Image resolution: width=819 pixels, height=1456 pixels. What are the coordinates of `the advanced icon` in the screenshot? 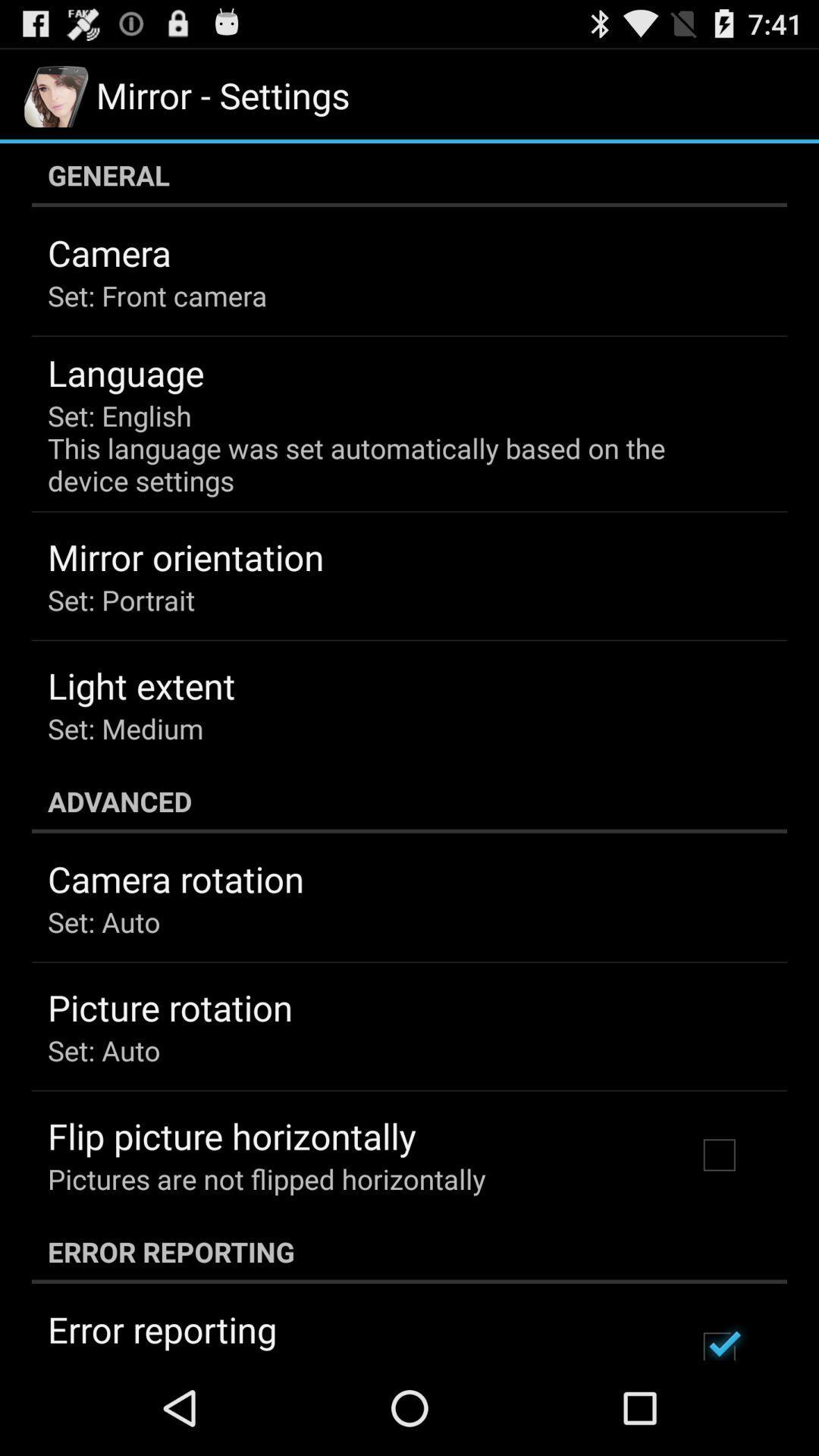 It's located at (409, 800).